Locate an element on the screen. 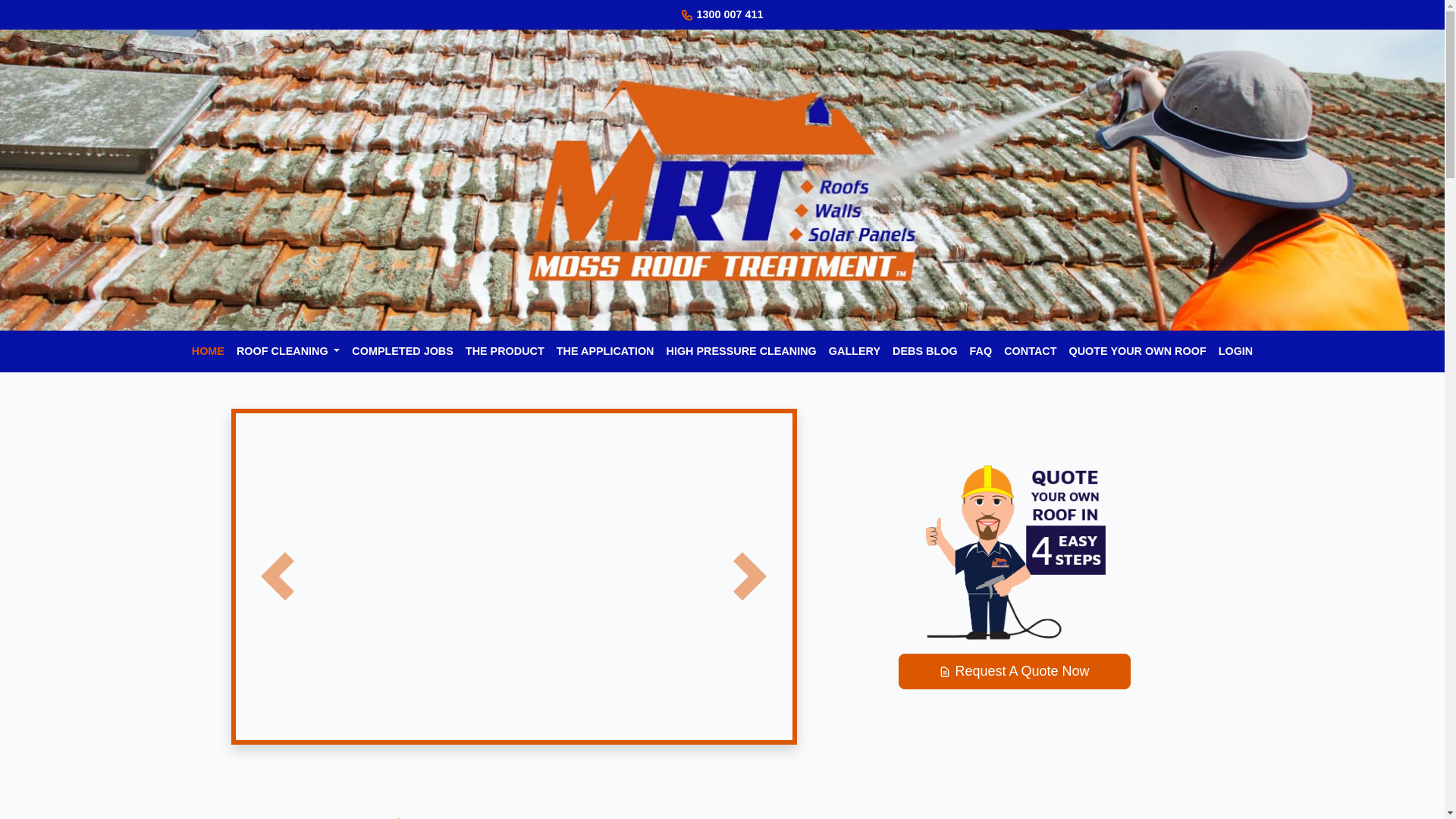 The image size is (1456, 819). 'QUOTE YOUR OWN ROOF' is located at coordinates (1137, 351).